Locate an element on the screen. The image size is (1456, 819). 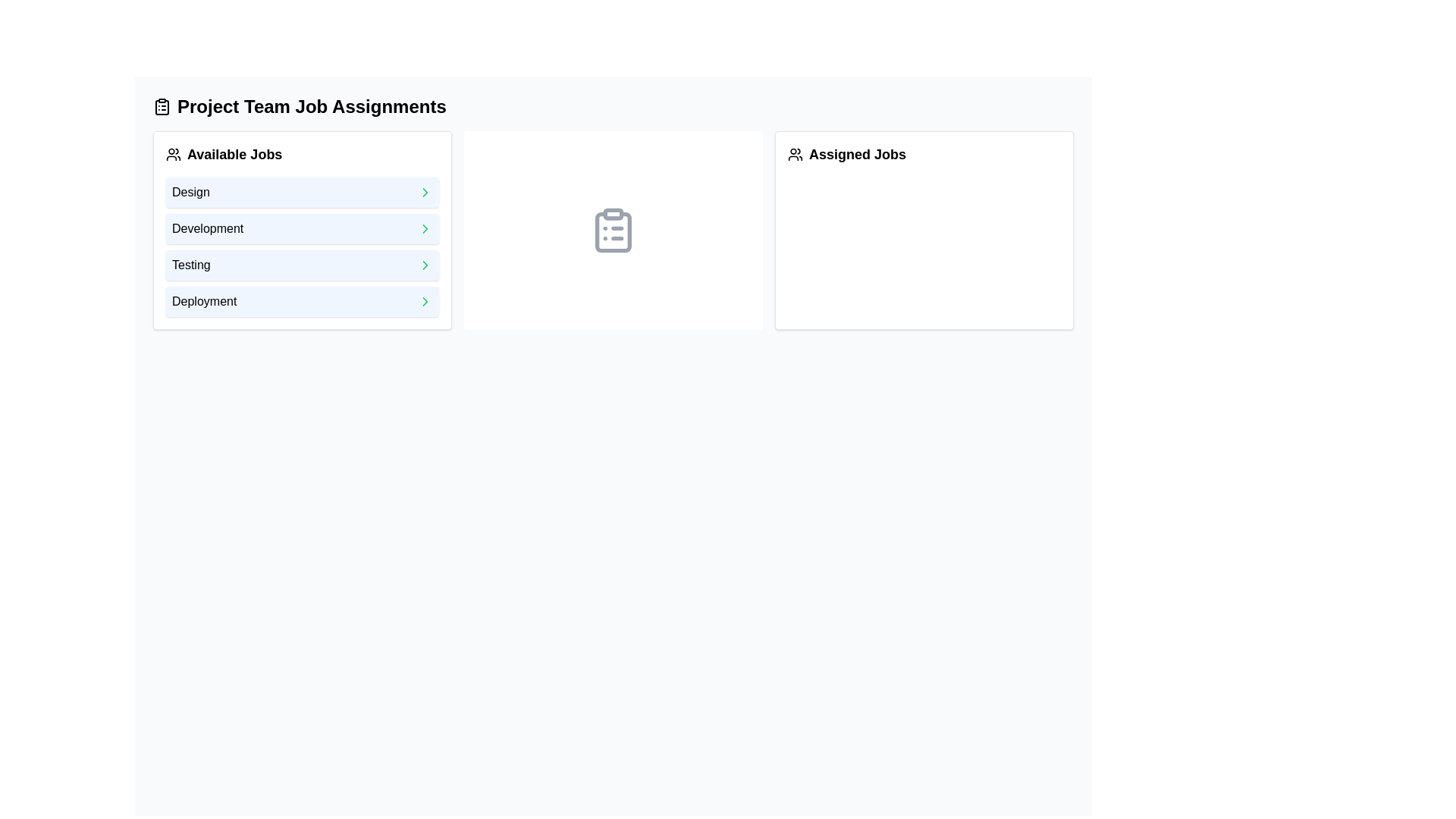
the decorative icon located to the left of the header text 'Project Team Job Assignments' in the top-left part of the interface is located at coordinates (162, 106).